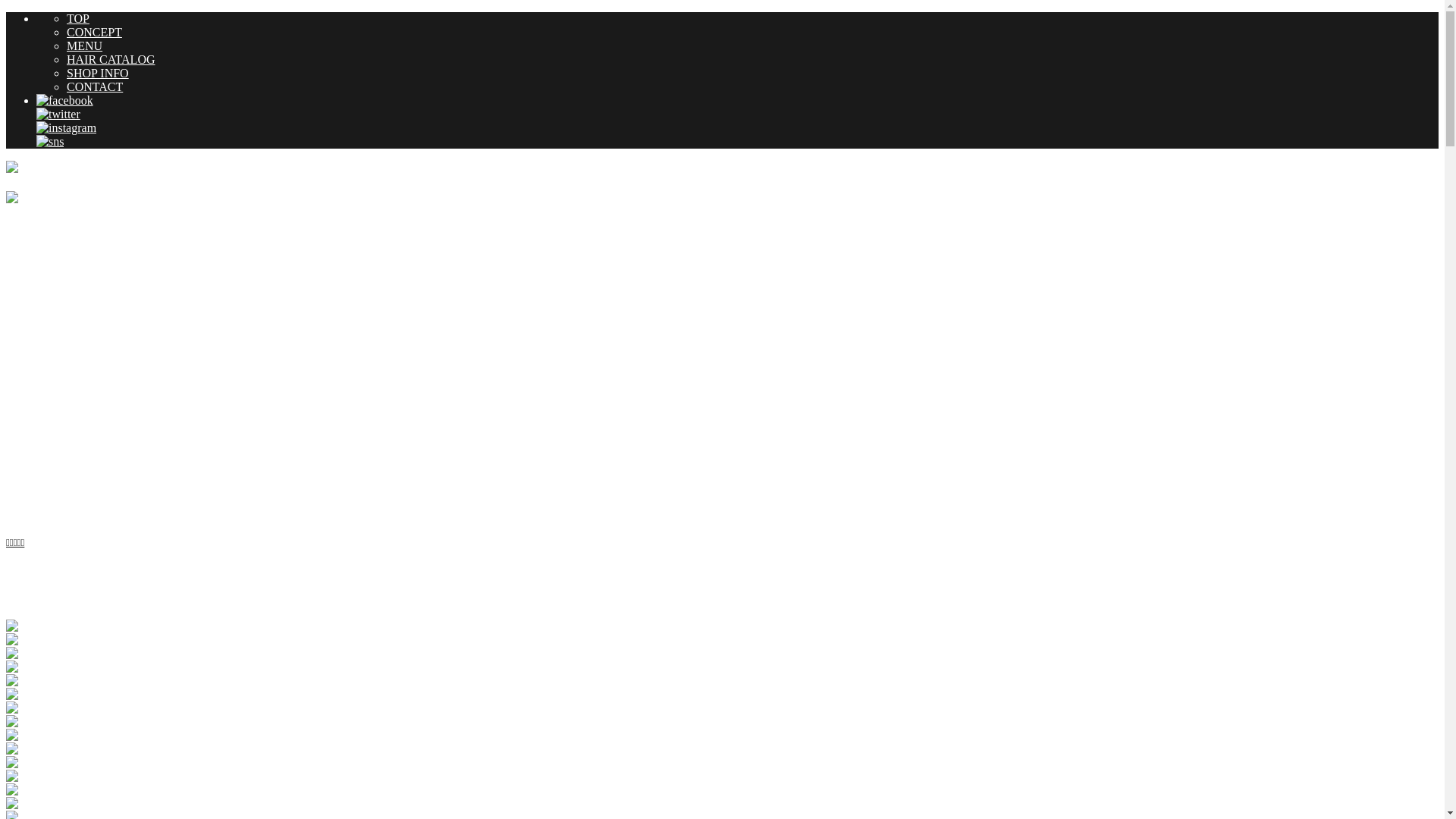 Image resolution: width=1456 pixels, height=819 pixels. What do you see at coordinates (110, 58) in the screenshot?
I see `'HAIR CATALOG'` at bounding box center [110, 58].